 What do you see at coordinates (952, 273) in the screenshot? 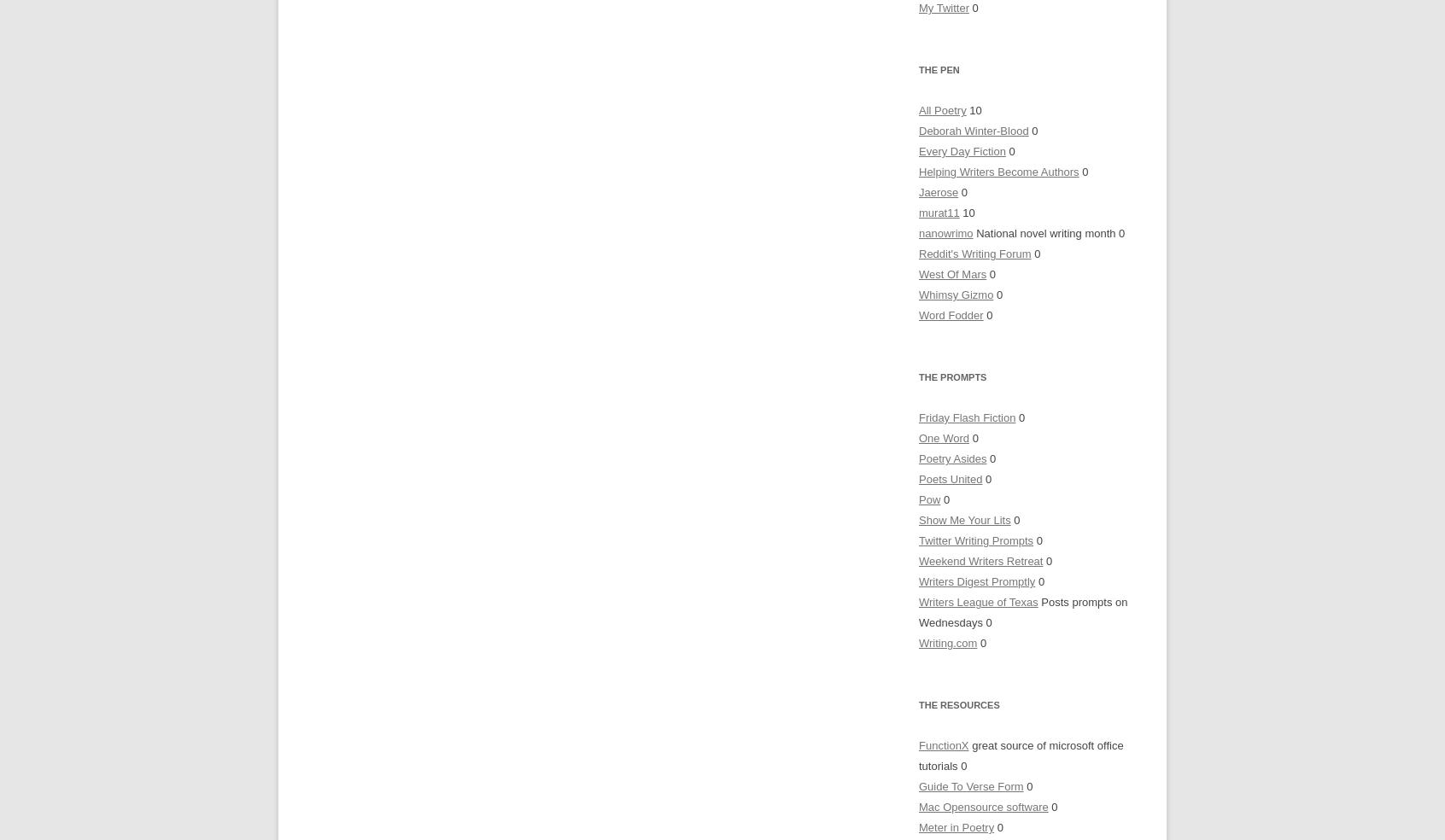
I see `'West Of Mars'` at bounding box center [952, 273].